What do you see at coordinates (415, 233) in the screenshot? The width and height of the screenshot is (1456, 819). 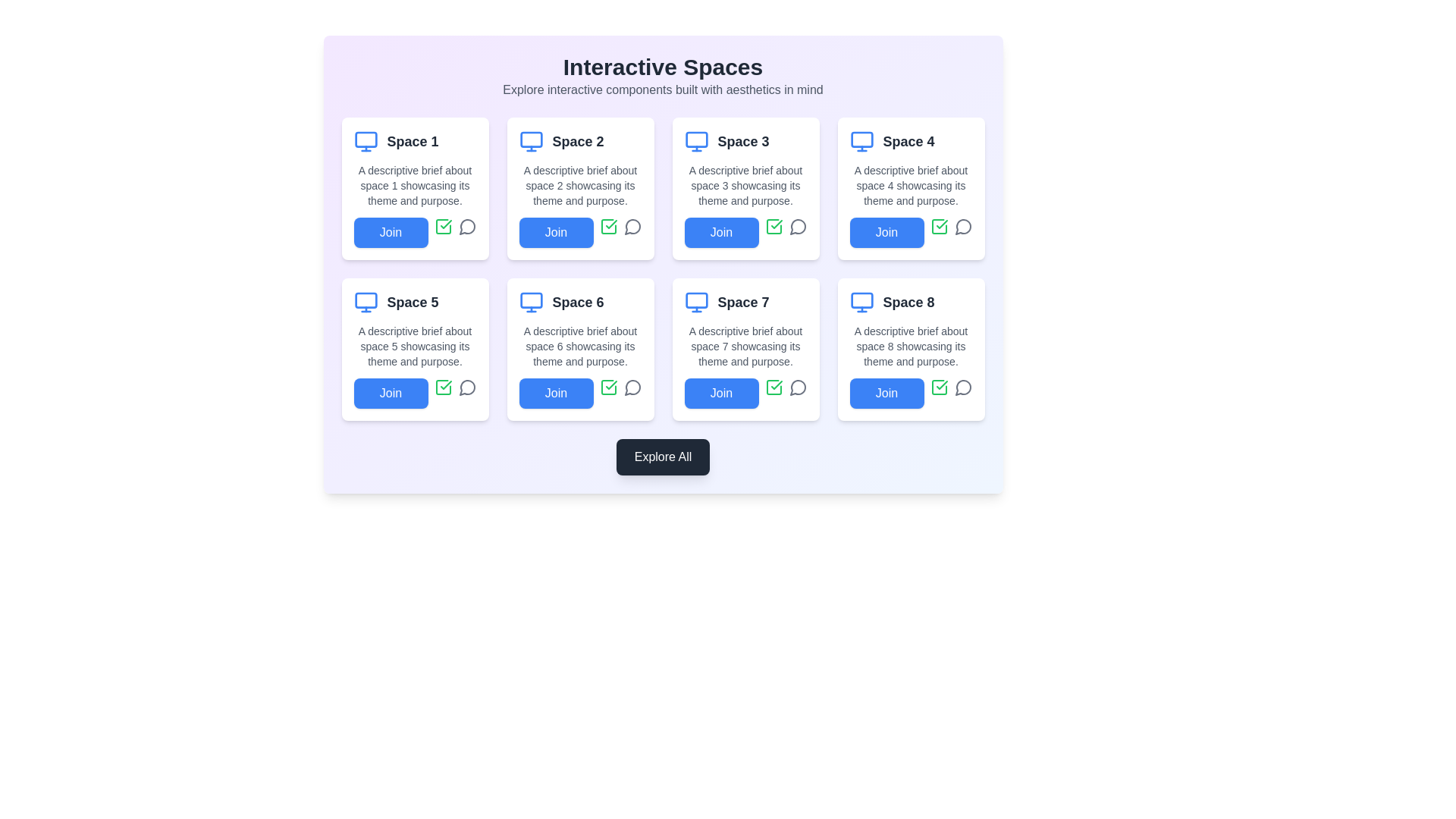 I see `the 'Join' button located at the bottom center of the 'Space 1' card to join the respective space` at bounding box center [415, 233].